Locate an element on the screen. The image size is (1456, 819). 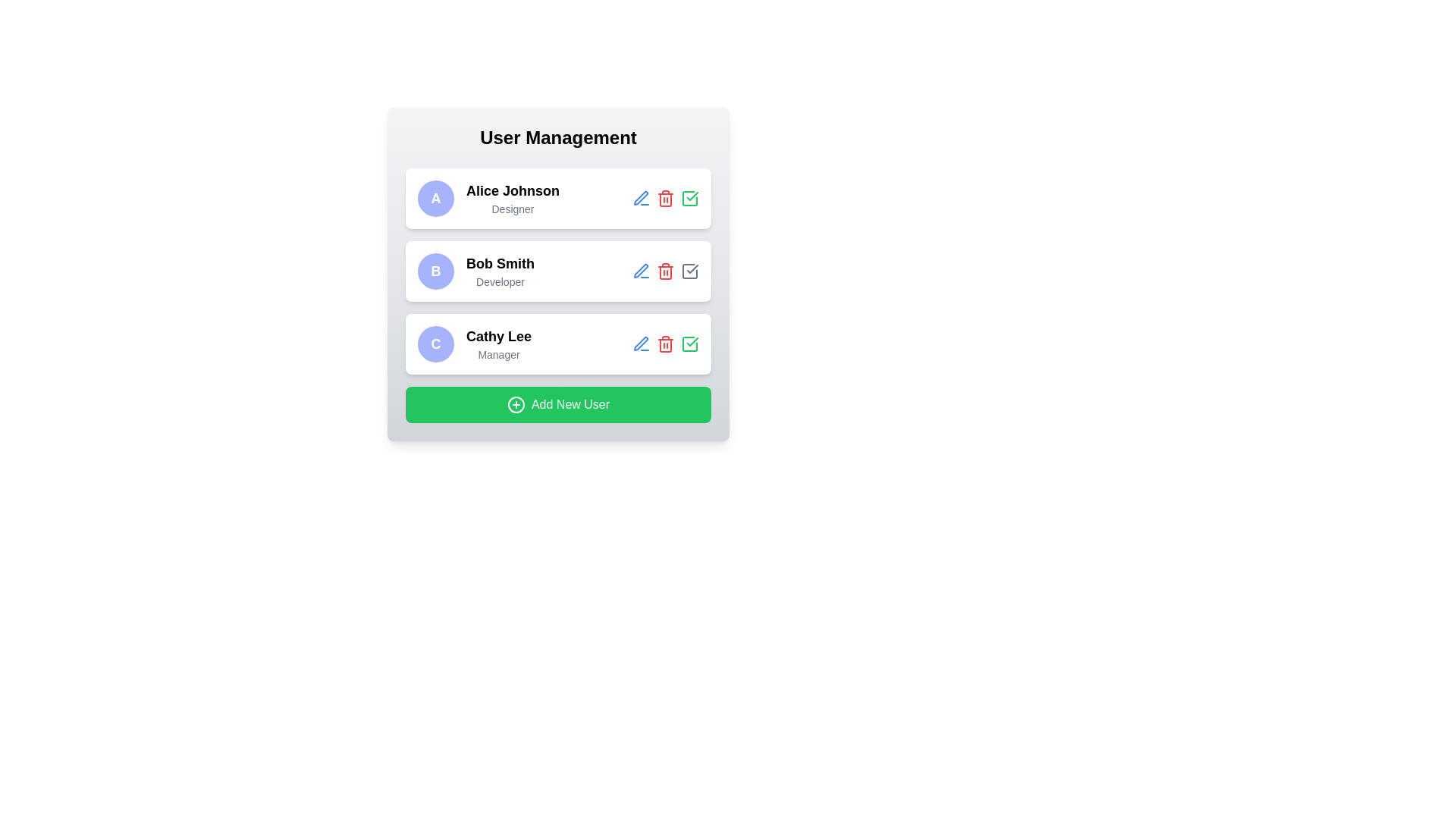
the text content of the label displaying 'Bob Smith' and 'Developer', which is the second item in the 'User Management' section, to the right of the circular profile icon labeled 'B' is located at coordinates (500, 271).